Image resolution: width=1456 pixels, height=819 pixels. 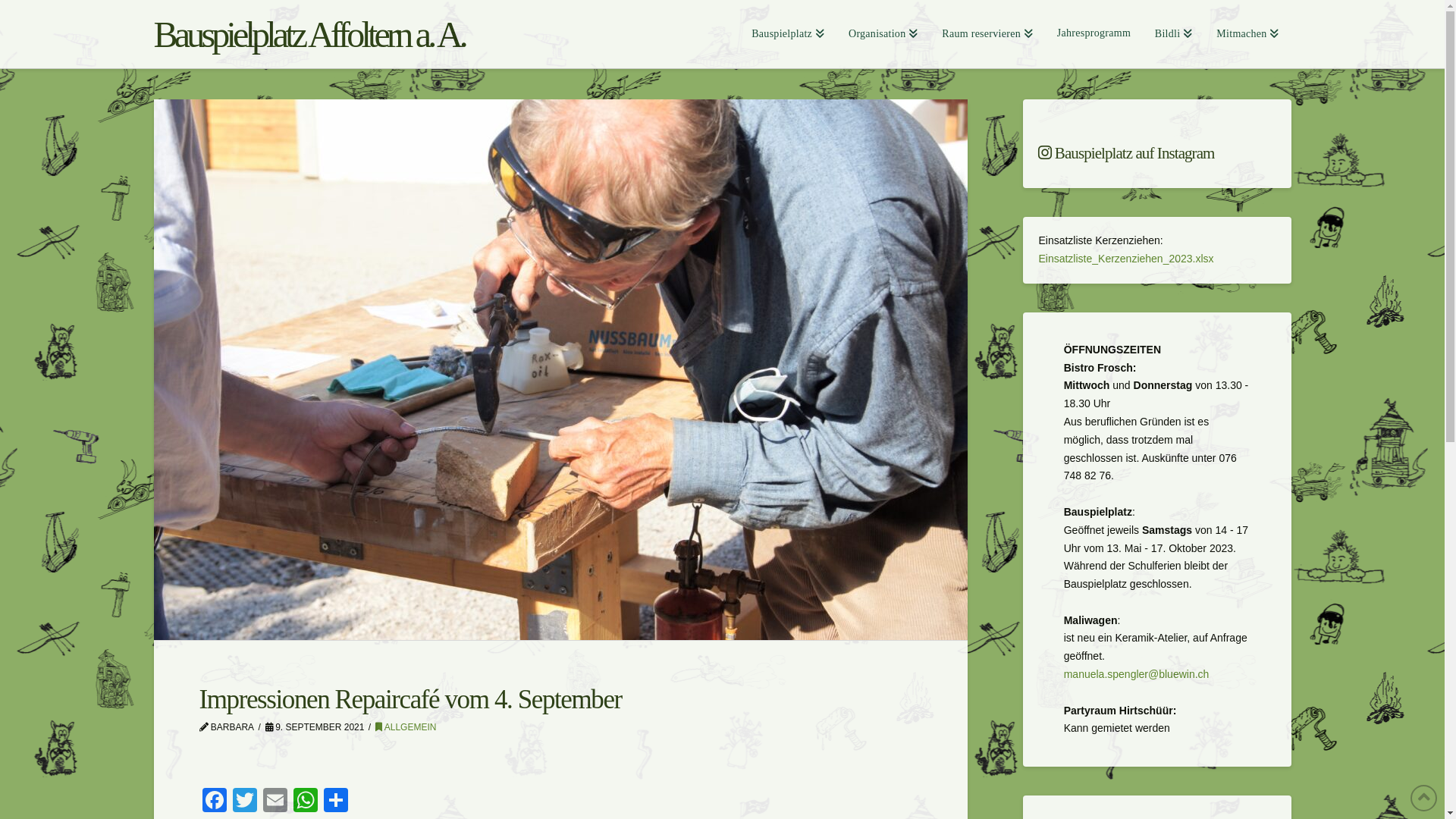 I want to click on 'Twitter', so click(x=243, y=801).